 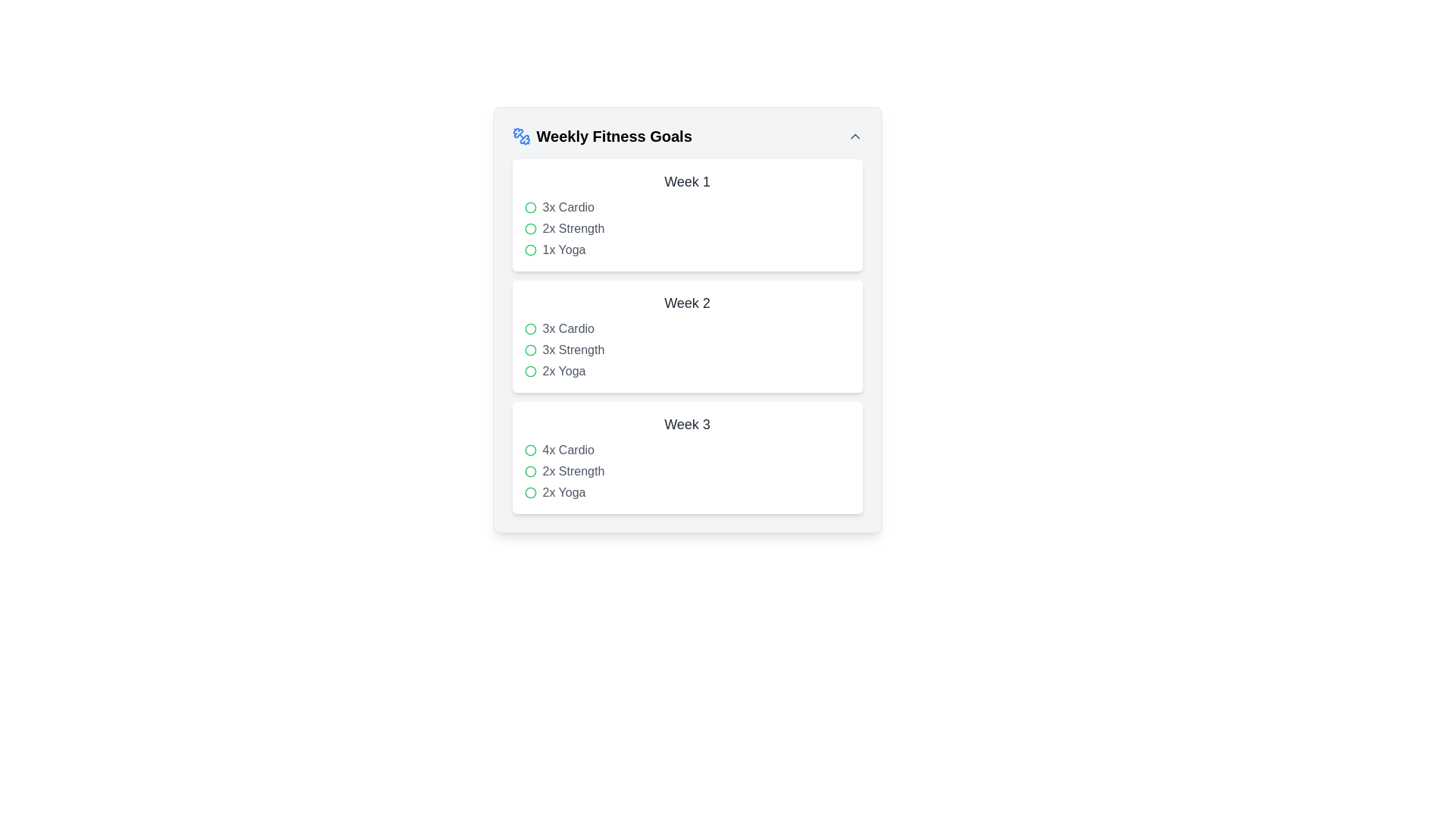 I want to click on the text label displaying '3x Cardio' in gray, which is positioned next to a green circular icon in the 'Weekly Fitness Goals' section of the 'Week 1' card, so click(x=567, y=207).